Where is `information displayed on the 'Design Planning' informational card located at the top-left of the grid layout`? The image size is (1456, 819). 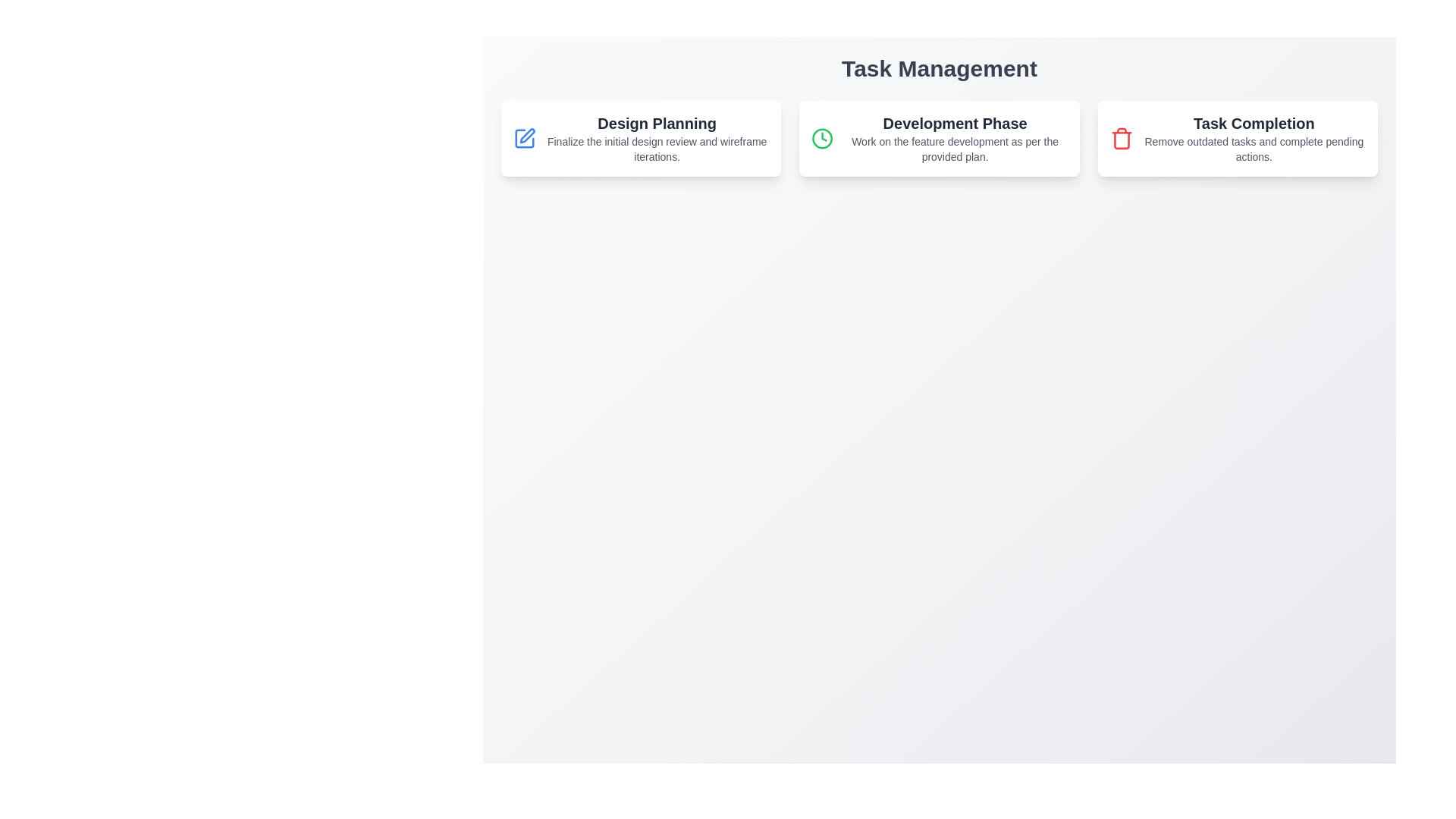 information displayed on the 'Design Planning' informational card located at the top-left of the grid layout is located at coordinates (641, 138).